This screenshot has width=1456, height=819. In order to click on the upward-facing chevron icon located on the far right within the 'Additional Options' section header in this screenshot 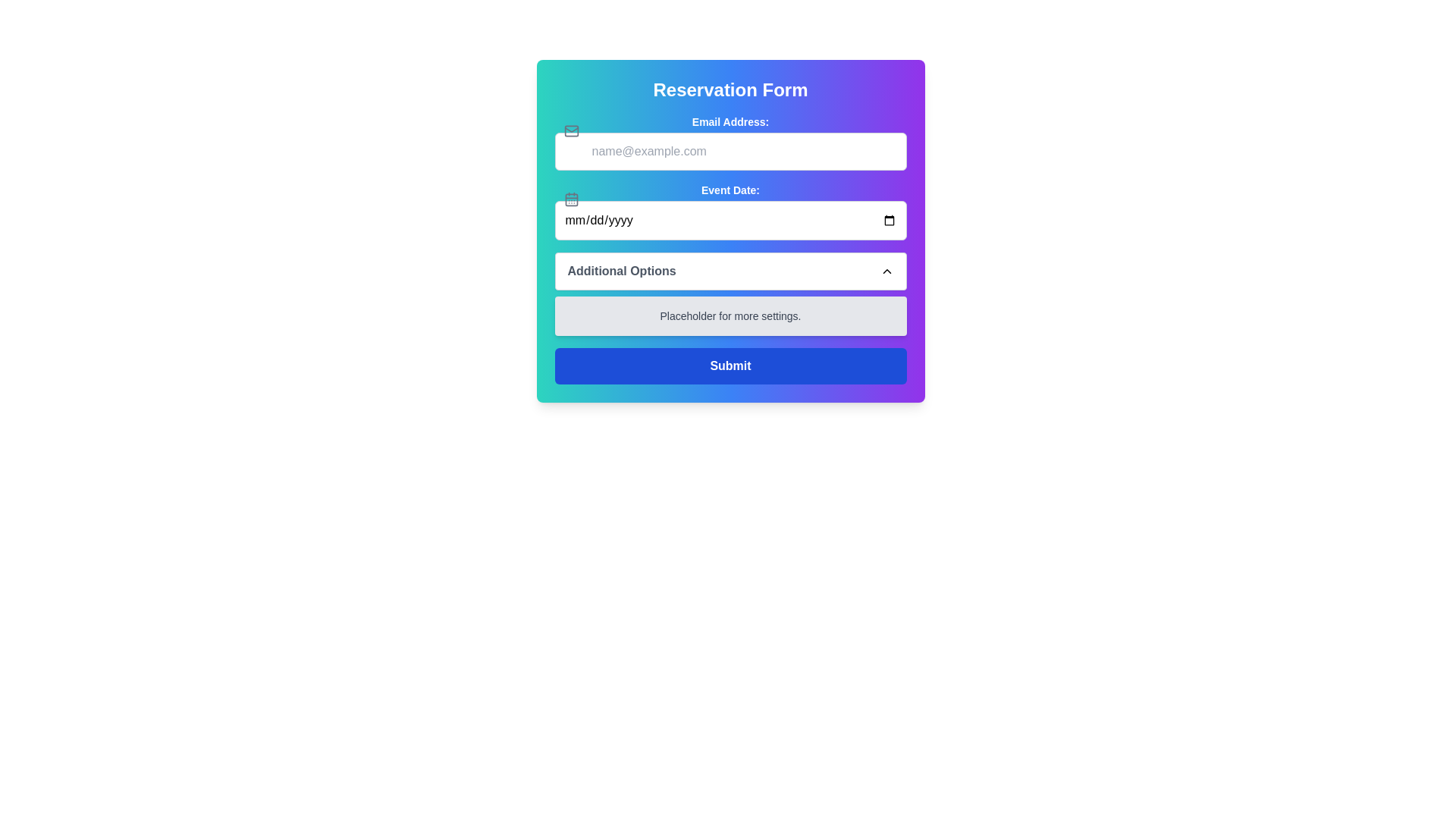, I will do `click(886, 271)`.